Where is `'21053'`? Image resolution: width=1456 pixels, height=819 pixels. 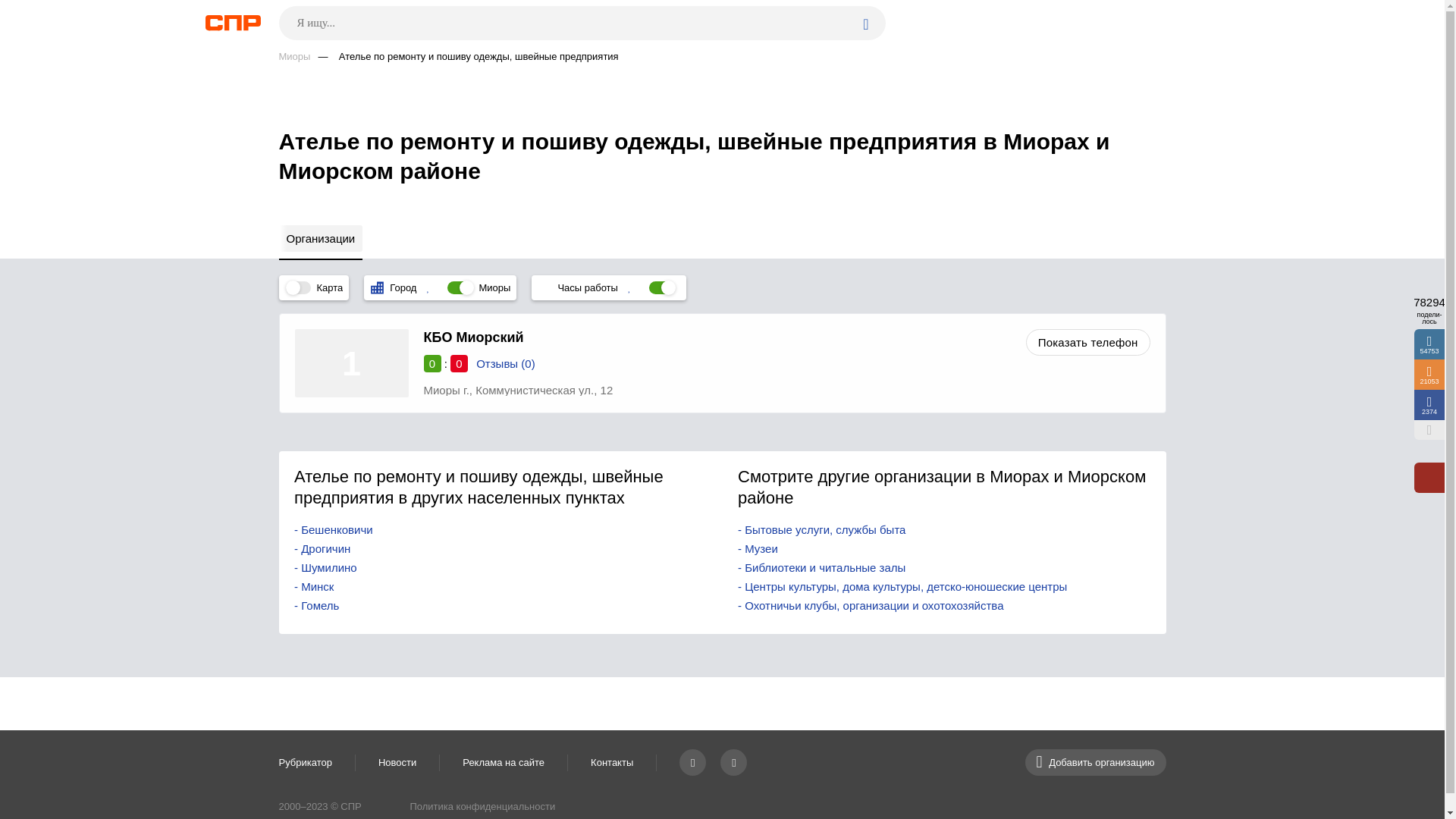
'21053' is located at coordinates (1429, 374).